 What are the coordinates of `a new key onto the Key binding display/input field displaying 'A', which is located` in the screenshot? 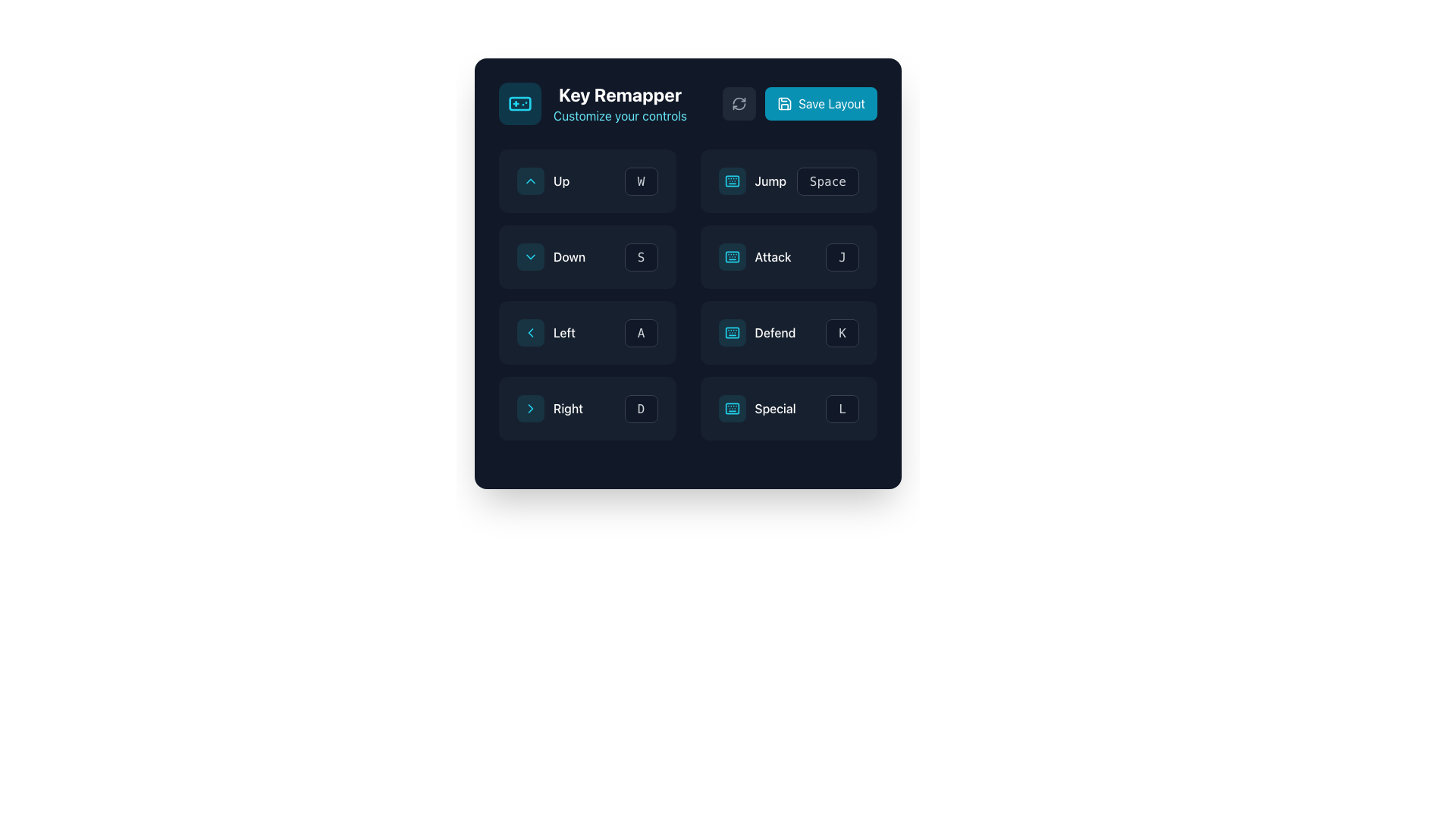 It's located at (586, 332).